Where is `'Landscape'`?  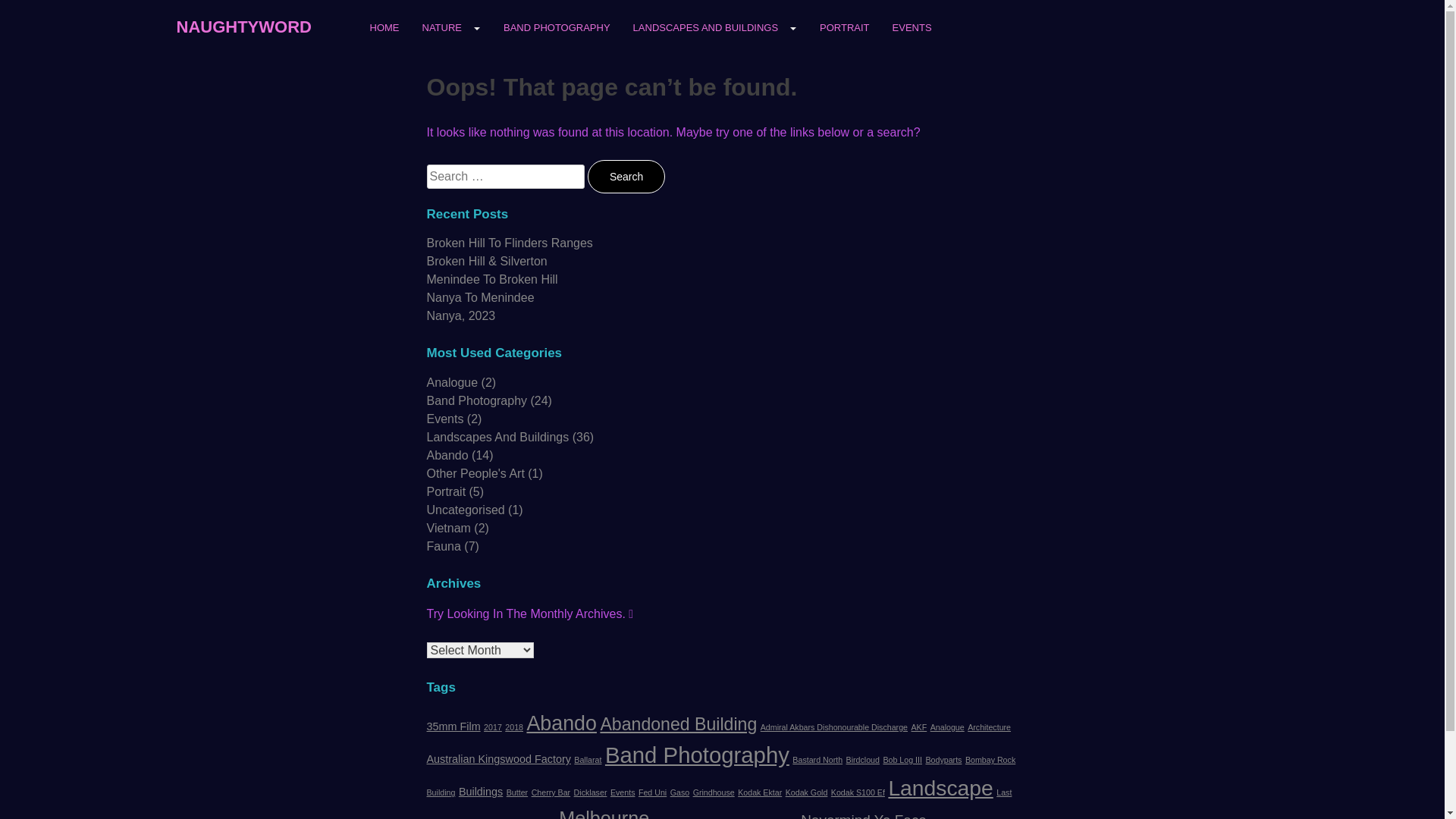
'Landscape' is located at coordinates (939, 786).